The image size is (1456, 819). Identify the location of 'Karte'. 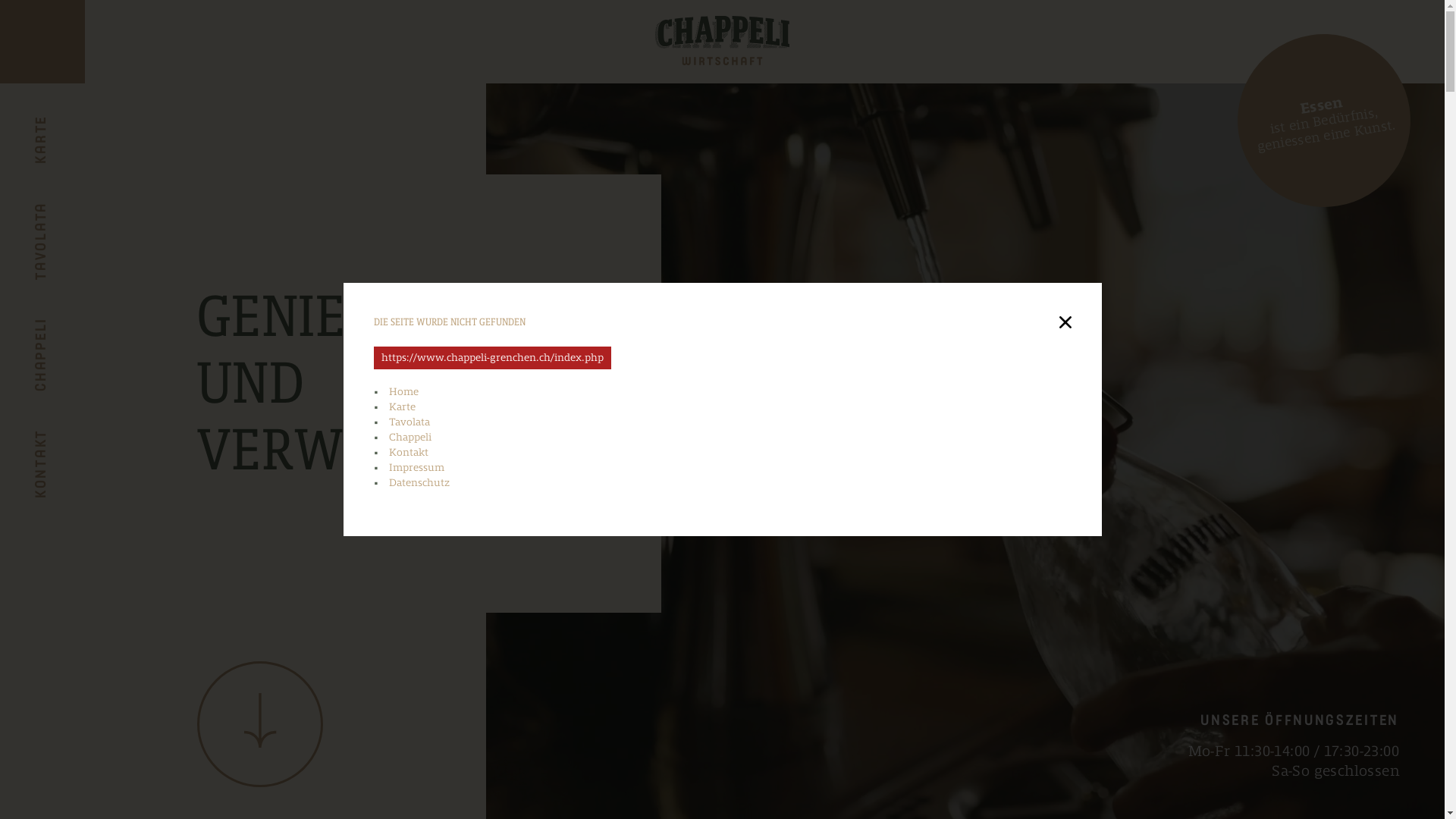
(401, 406).